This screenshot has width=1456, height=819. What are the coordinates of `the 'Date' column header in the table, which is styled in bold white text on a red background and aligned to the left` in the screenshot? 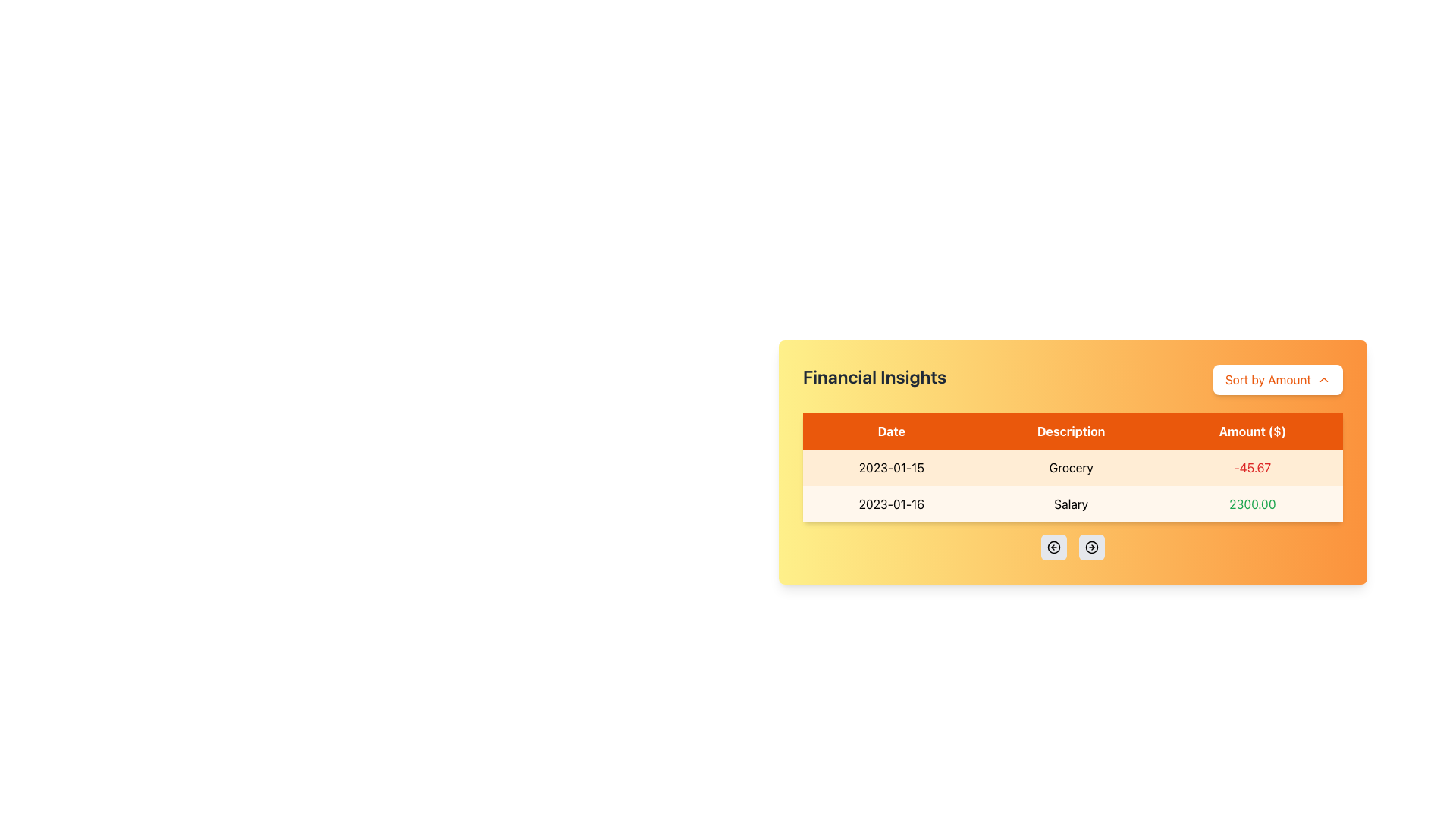 It's located at (891, 431).